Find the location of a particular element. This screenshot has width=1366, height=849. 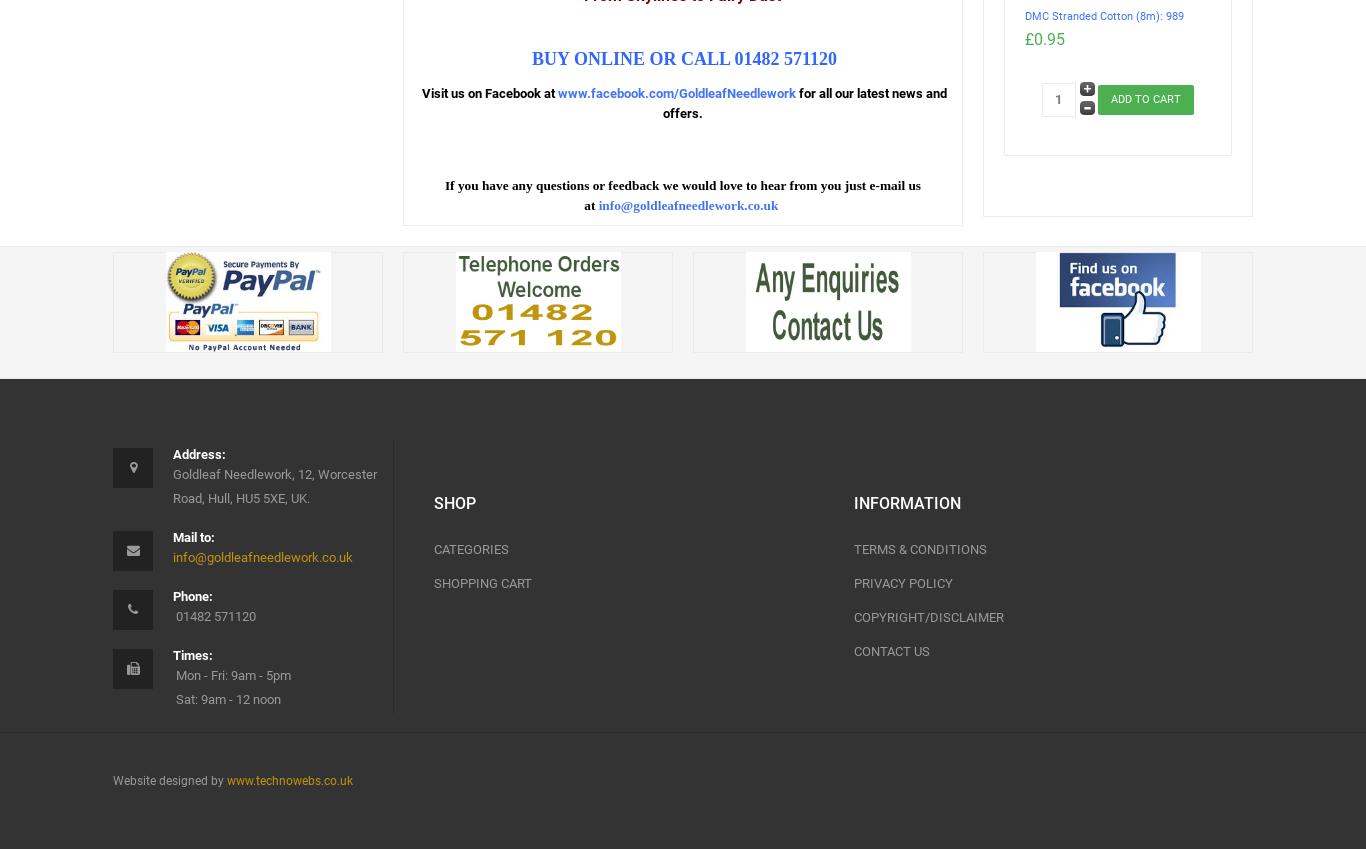

'Website designed by' is located at coordinates (169, 779).